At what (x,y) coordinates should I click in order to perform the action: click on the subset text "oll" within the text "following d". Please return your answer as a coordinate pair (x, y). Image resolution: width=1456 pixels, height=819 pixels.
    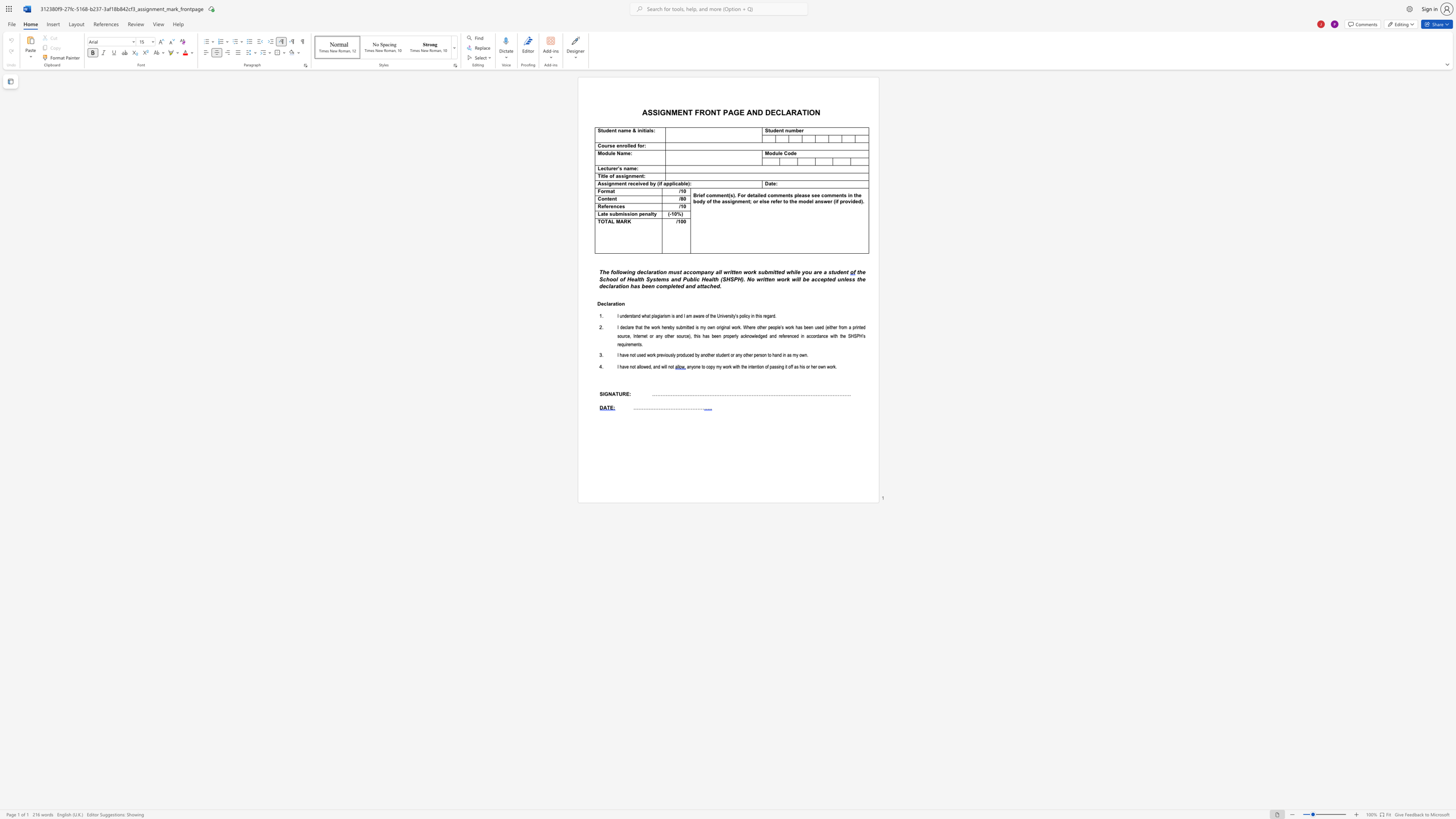
    Looking at the image, I should click on (612, 272).